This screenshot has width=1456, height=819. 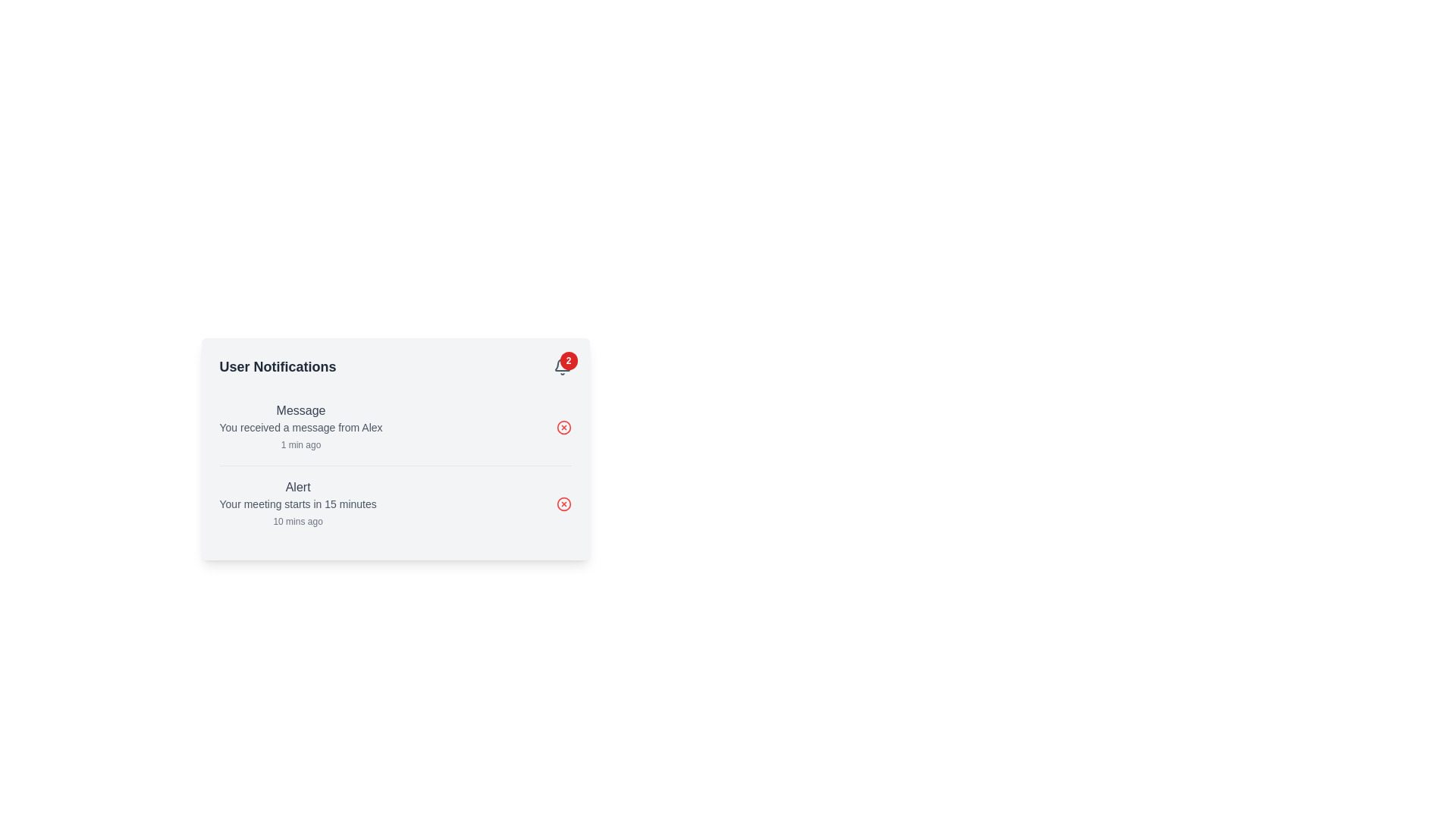 I want to click on main and subtext content within the first Notification card that notifies the user of a recent message from 'Alex', so click(x=395, y=427).